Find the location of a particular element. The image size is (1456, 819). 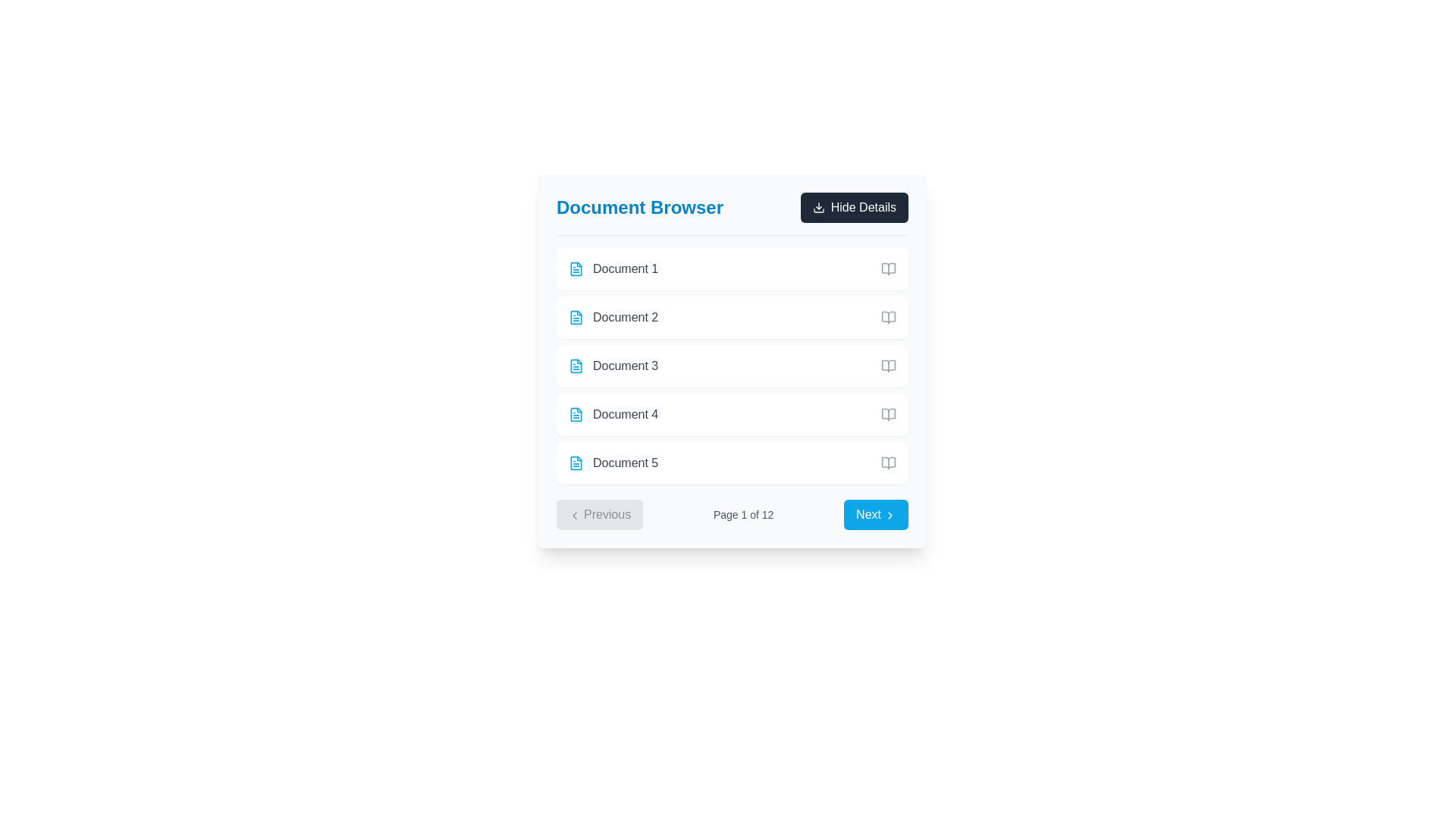

the icon button located to the far right of the 'Document 1' row in the document browser interface is located at coordinates (888, 268).